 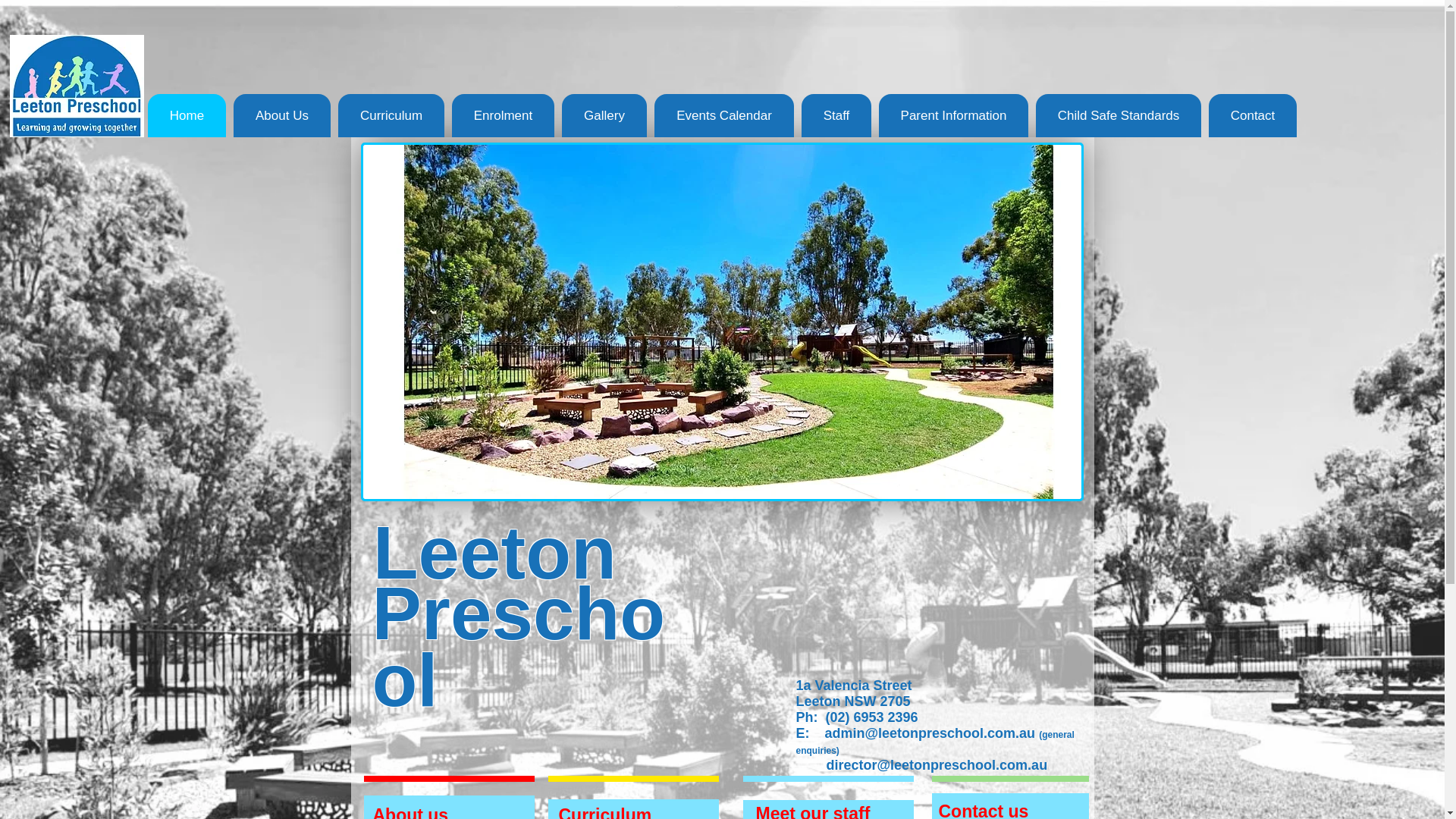 What do you see at coordinates (723, 115) in the screenshot?
I see `'Events Calendar'` at bounding box center [723, 115].